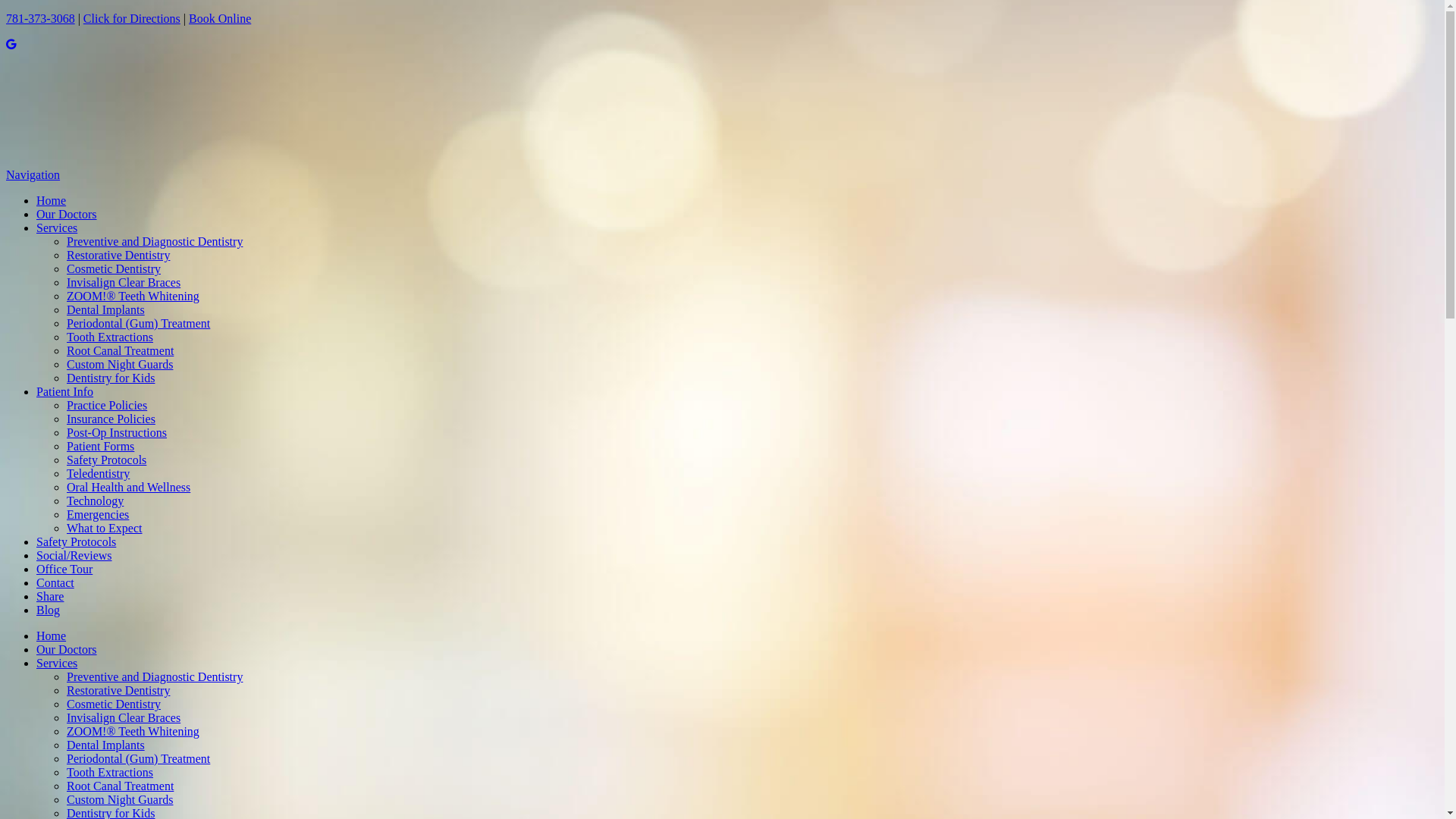  What do you see at coordinates (65, 336) in the screenshot?
I see `'Tooth Extractions'` at bounding box center [65, 336].